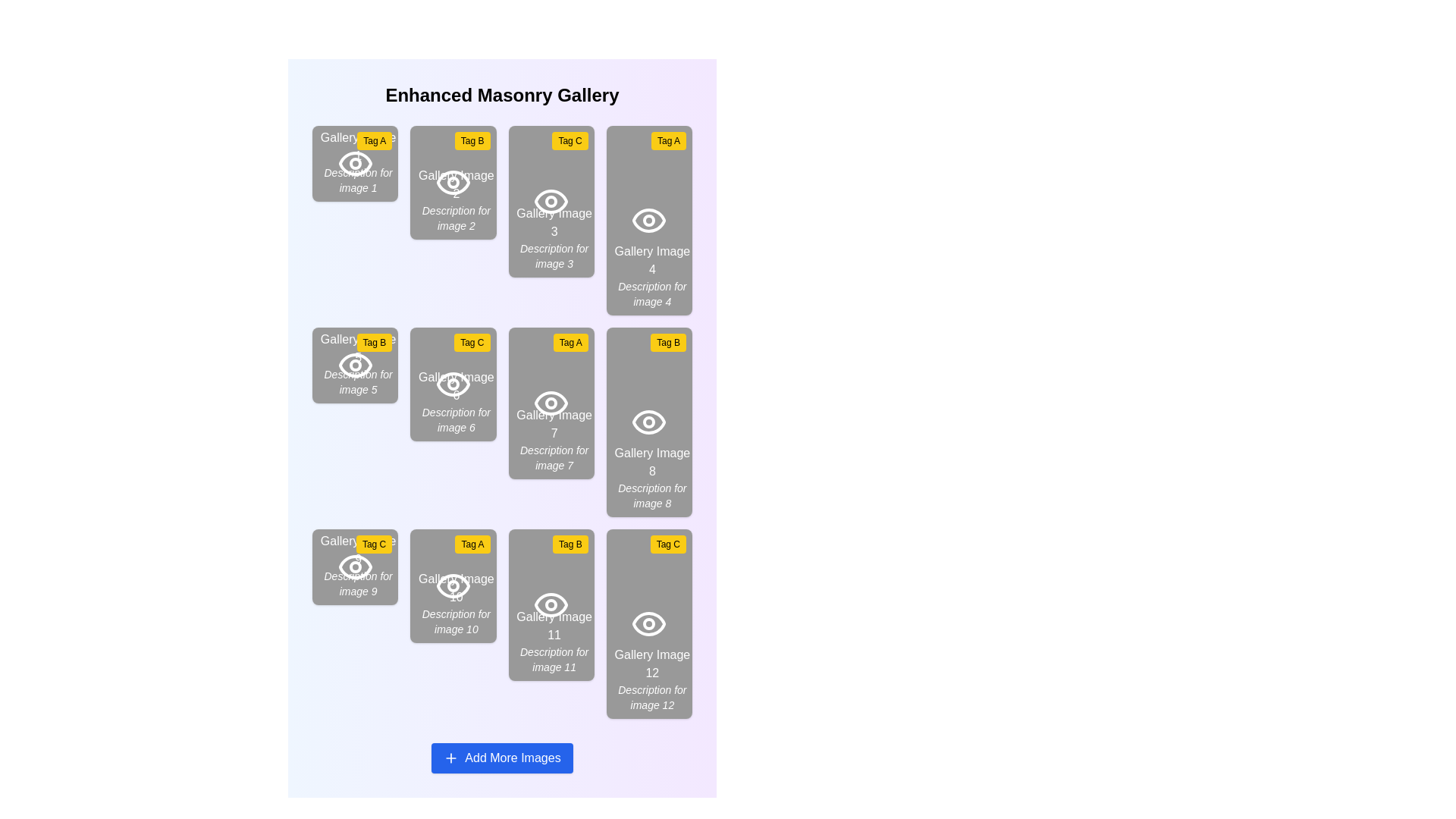 The height and width of the screenshot is (819, 1456). Describe the element at coordinates (649, 220) in the screenshot. I see `the decorative circle representing the iris or pupil of the eye icon located in the 'Gallery Image 4' section` at that location.